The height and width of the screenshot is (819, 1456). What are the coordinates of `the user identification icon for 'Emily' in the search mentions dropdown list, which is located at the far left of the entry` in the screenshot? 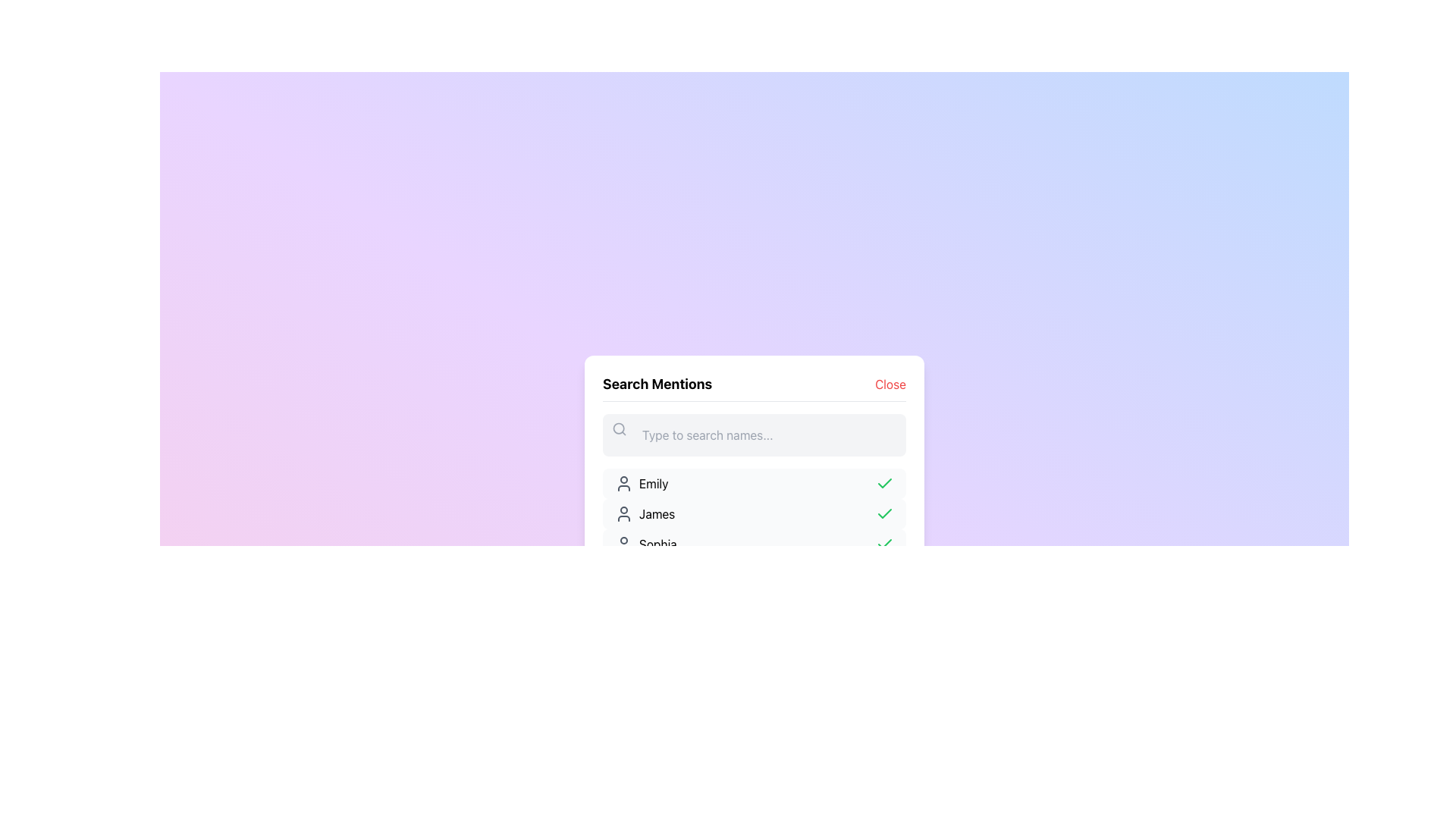 It's located at (623, 483).